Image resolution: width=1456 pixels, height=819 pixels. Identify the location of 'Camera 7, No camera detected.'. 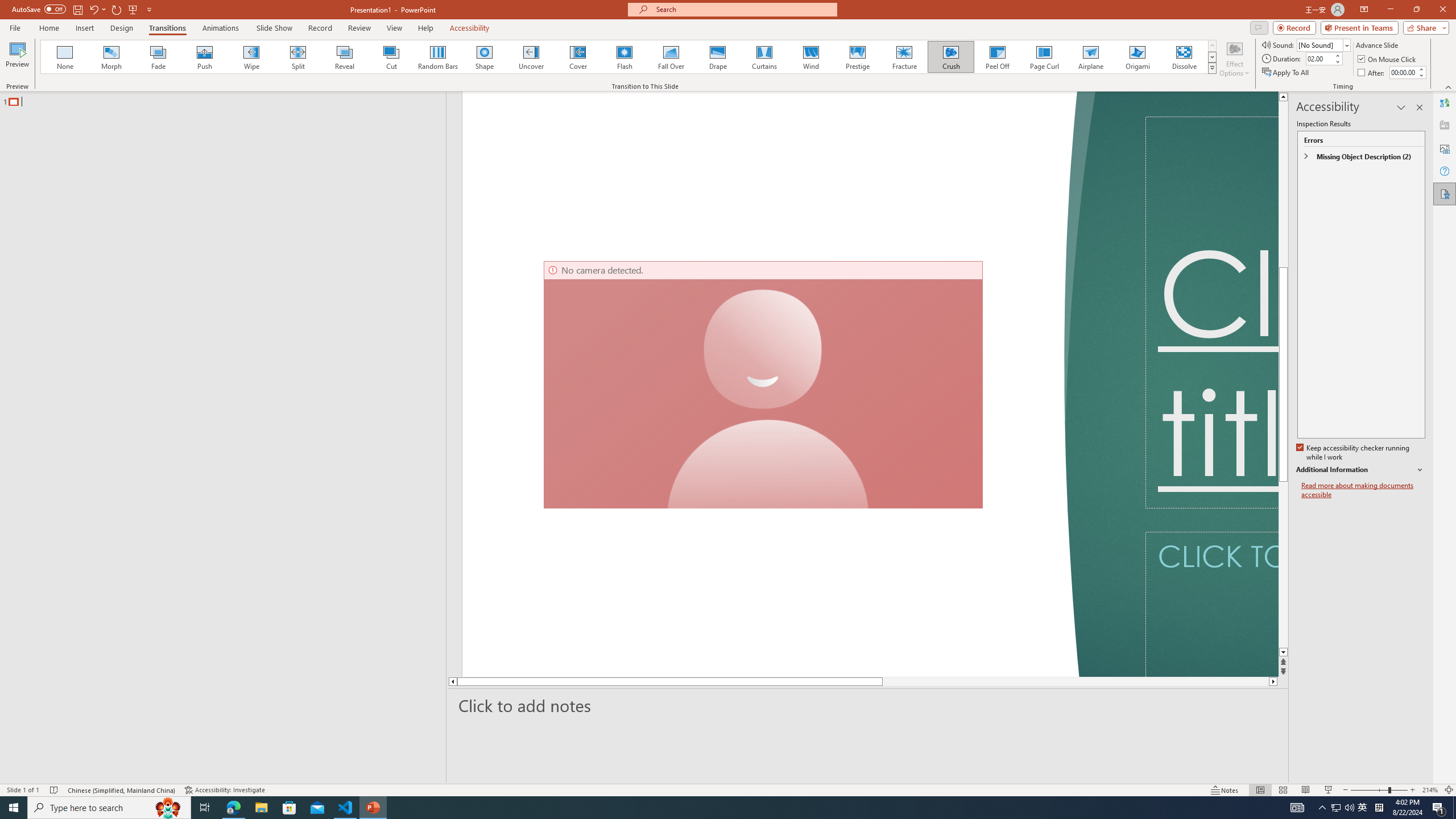
(763, 384).